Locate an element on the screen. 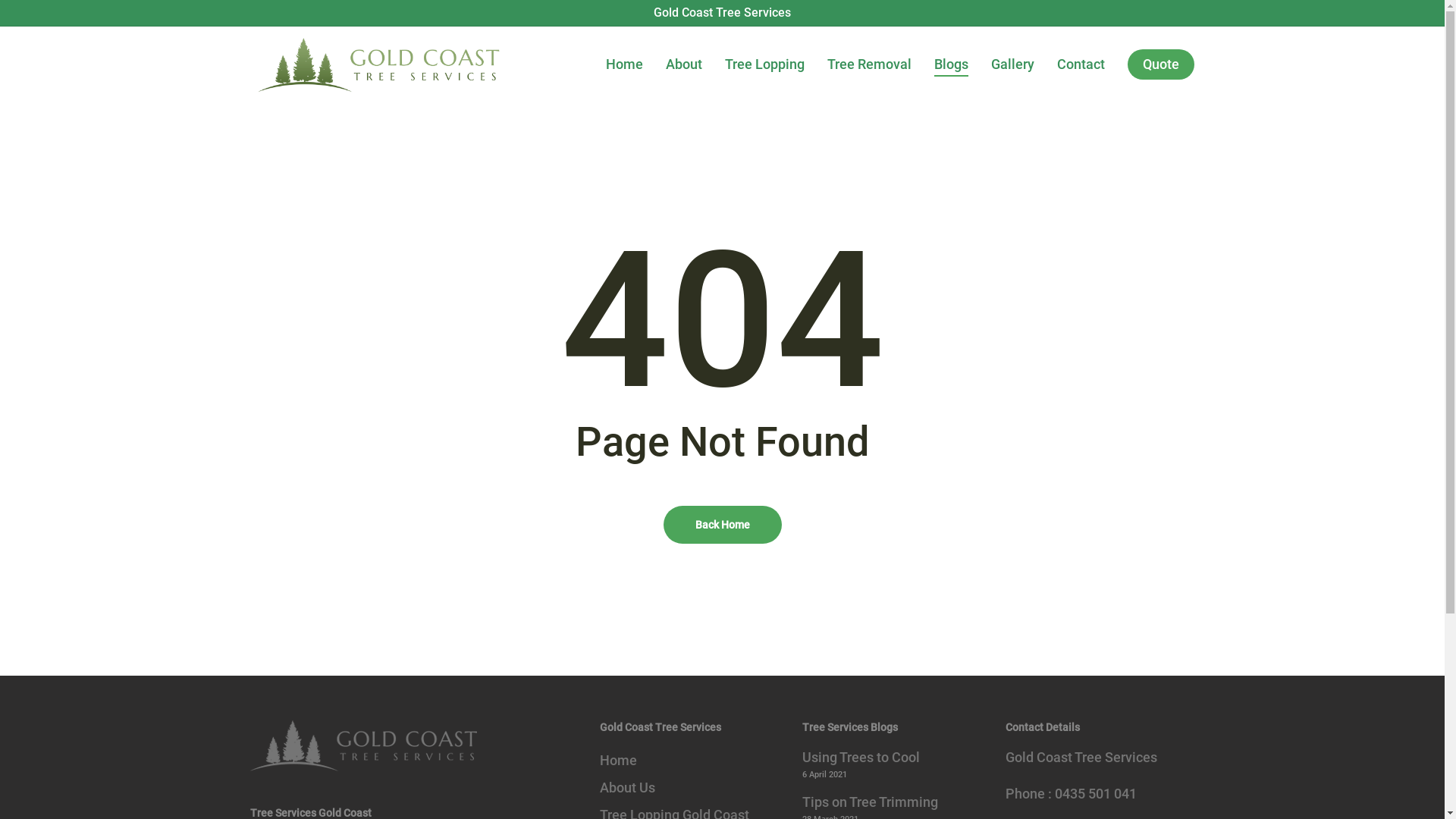 The width and height of the screenshot is (1456, 819). 'Using Trees to Cool' is located at coordinates (801, 758).